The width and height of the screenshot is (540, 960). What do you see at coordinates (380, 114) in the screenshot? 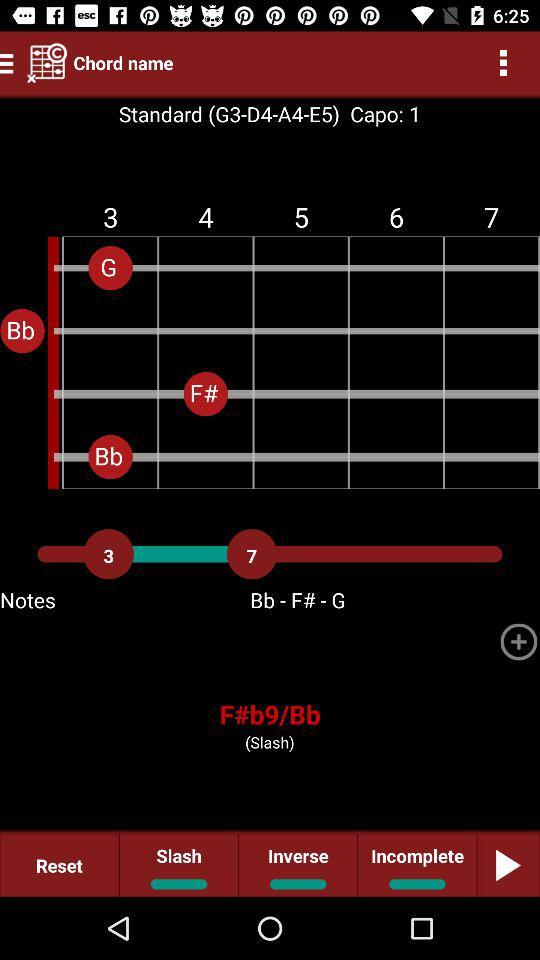
I see `the   capo: 1` at bounding box center [380, 114].